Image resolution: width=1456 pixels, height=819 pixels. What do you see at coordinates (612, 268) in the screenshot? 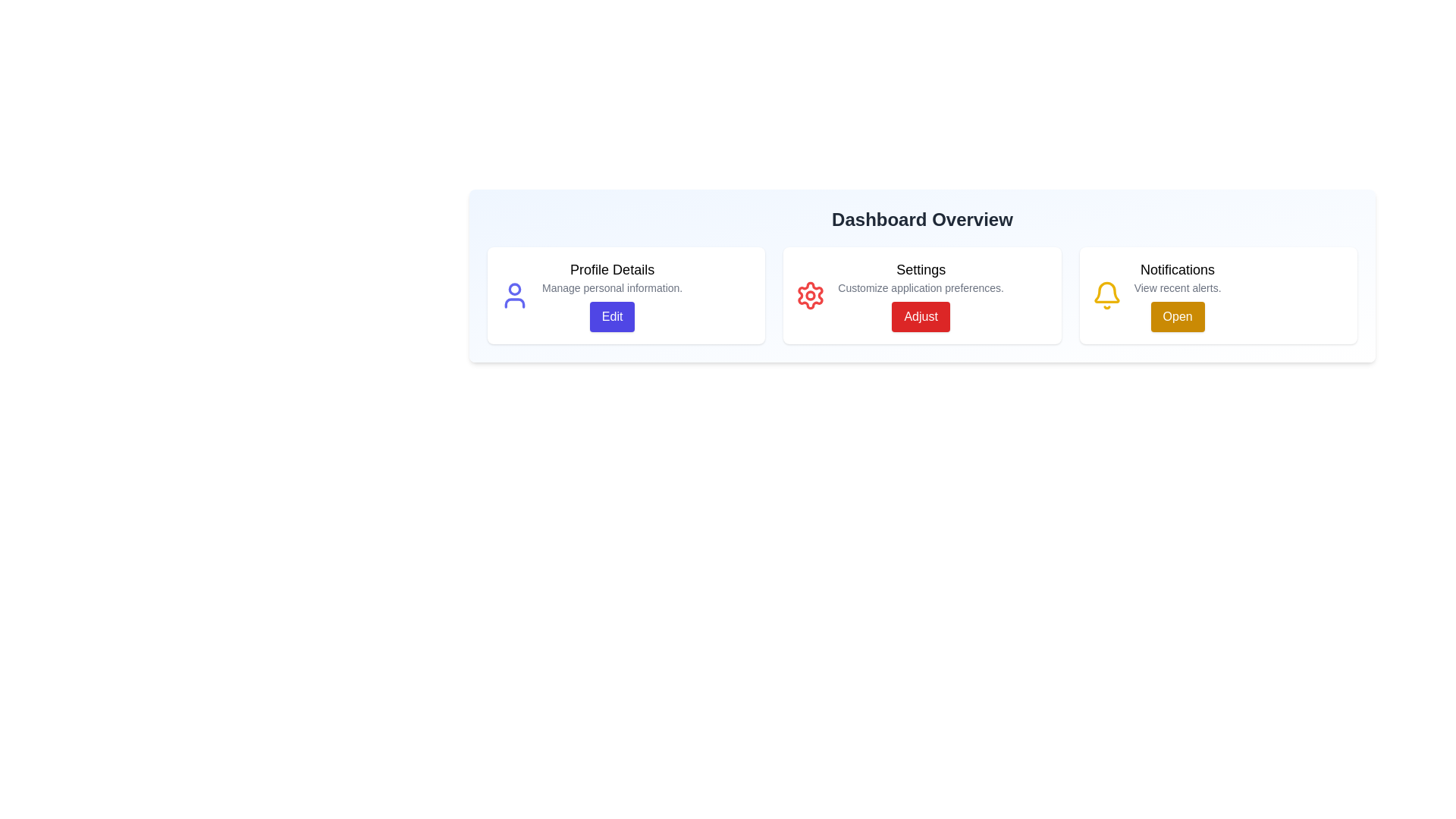
I see `the 'Profile Details' heading text label, which categorizes the content within the Profile Details section of the dashboard` at bounding box center [612, 268].